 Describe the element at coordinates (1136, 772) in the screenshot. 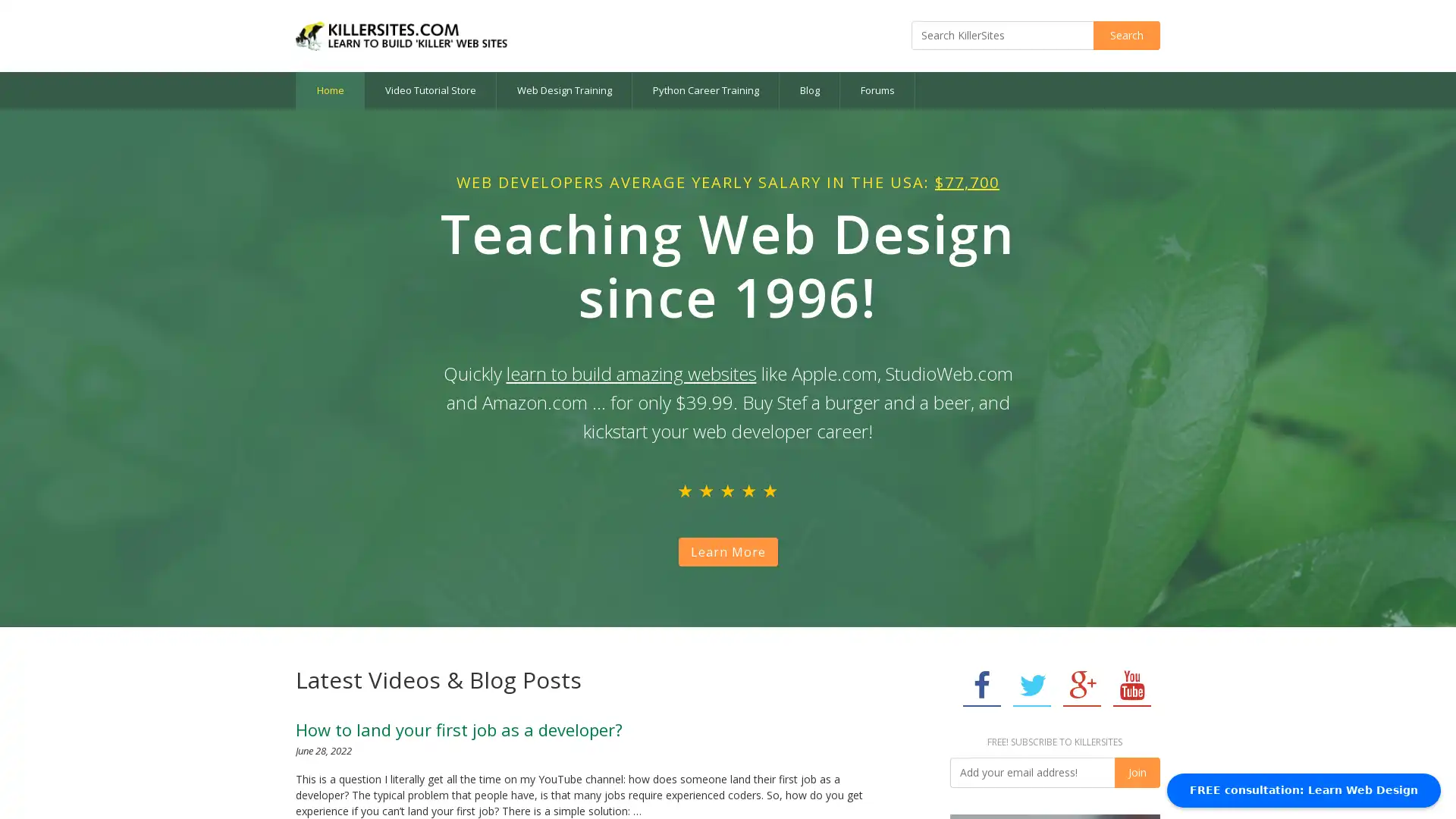

I see `Join` at that location.